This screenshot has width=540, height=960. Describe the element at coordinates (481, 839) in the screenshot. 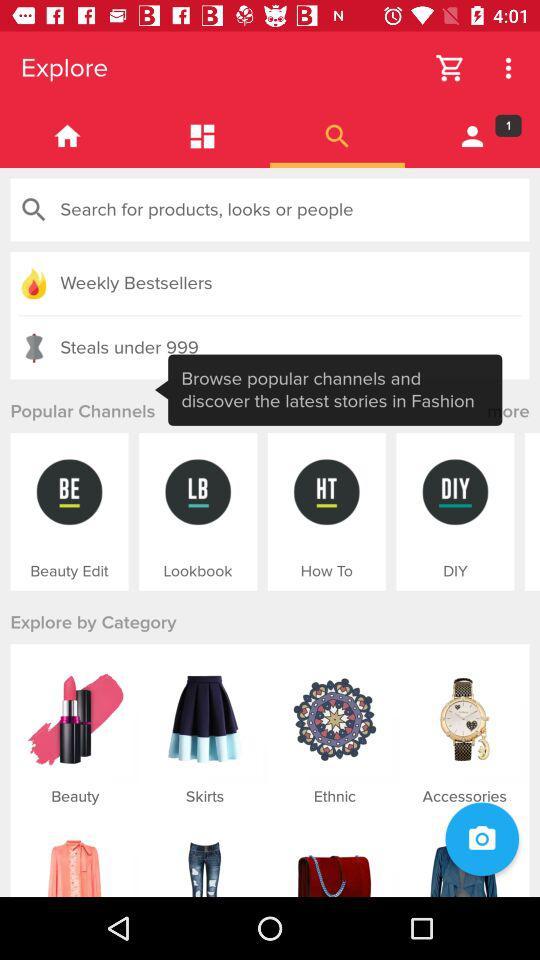

I see `the photo icon` at that location.